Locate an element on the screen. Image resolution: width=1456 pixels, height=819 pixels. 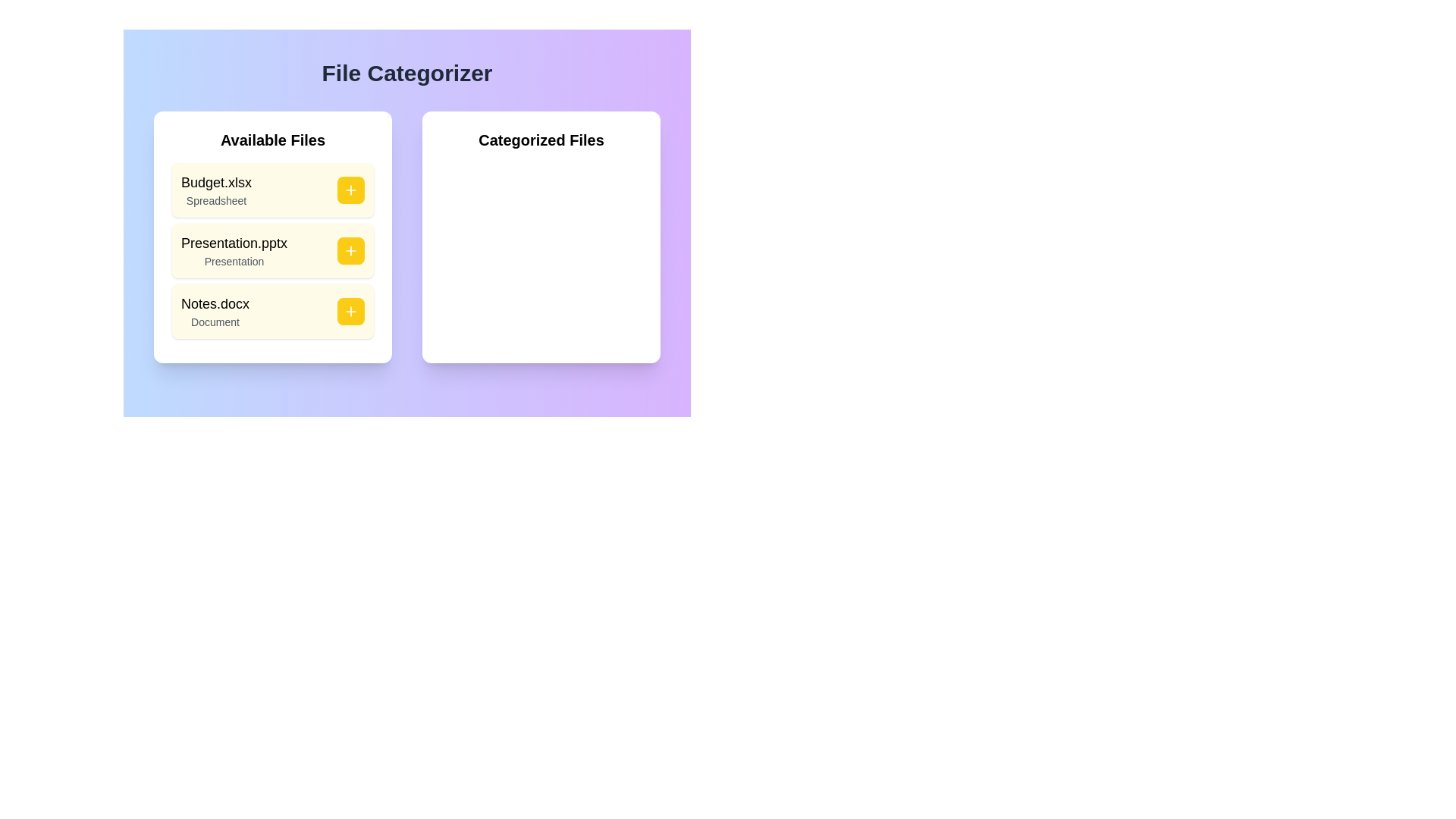
the interactive rectangular button with a bright yellow background and a plus symbol, located to the far right of 'Presentation.pptx' in the 'Available Files' grouping is located at coordinates (350, 250).